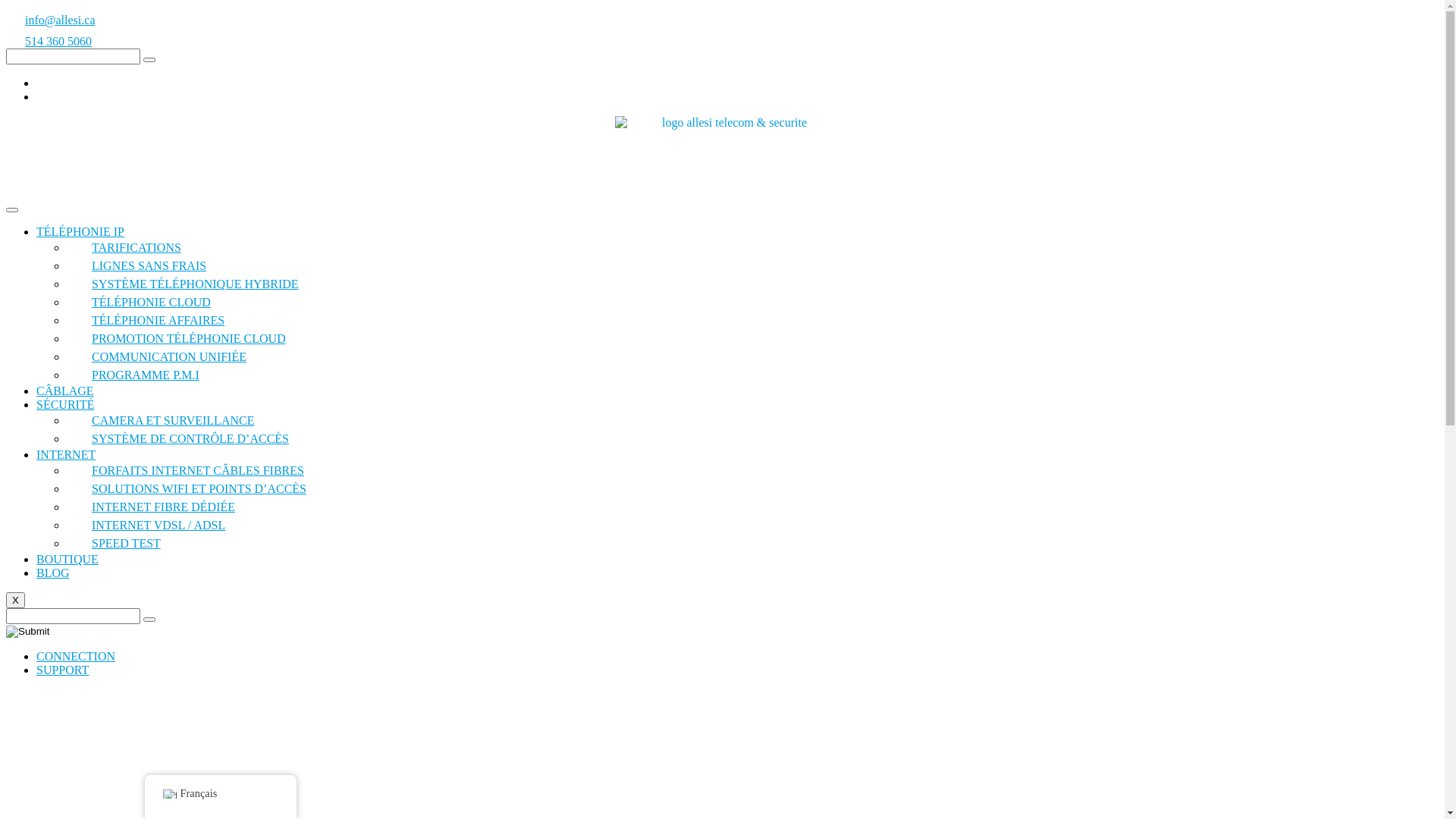  Describe the element at coordinates (15, 599) in the screenshot. I see `'X'` at that location.